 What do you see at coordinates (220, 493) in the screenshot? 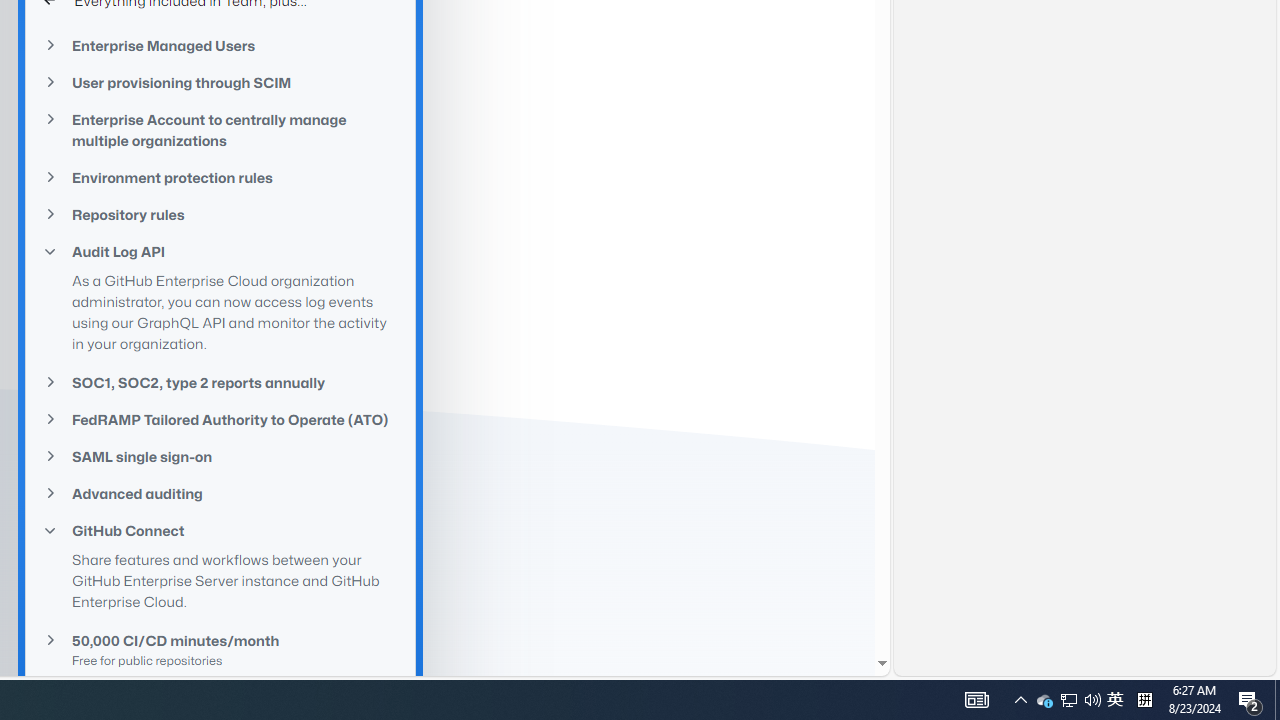
I see `'Advanced auditing'` at bounding box center [220, 493].